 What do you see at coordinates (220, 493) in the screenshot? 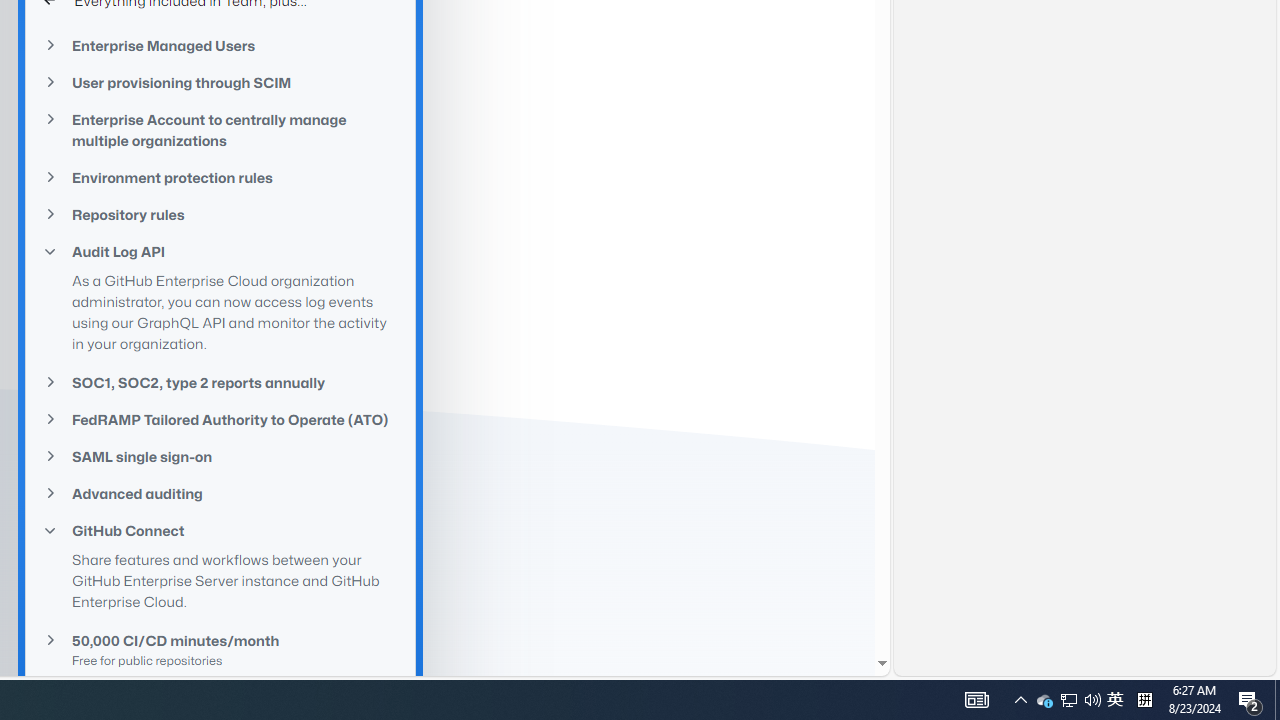
I see `'Advanced auditing'` at bounding box center [220, 493].